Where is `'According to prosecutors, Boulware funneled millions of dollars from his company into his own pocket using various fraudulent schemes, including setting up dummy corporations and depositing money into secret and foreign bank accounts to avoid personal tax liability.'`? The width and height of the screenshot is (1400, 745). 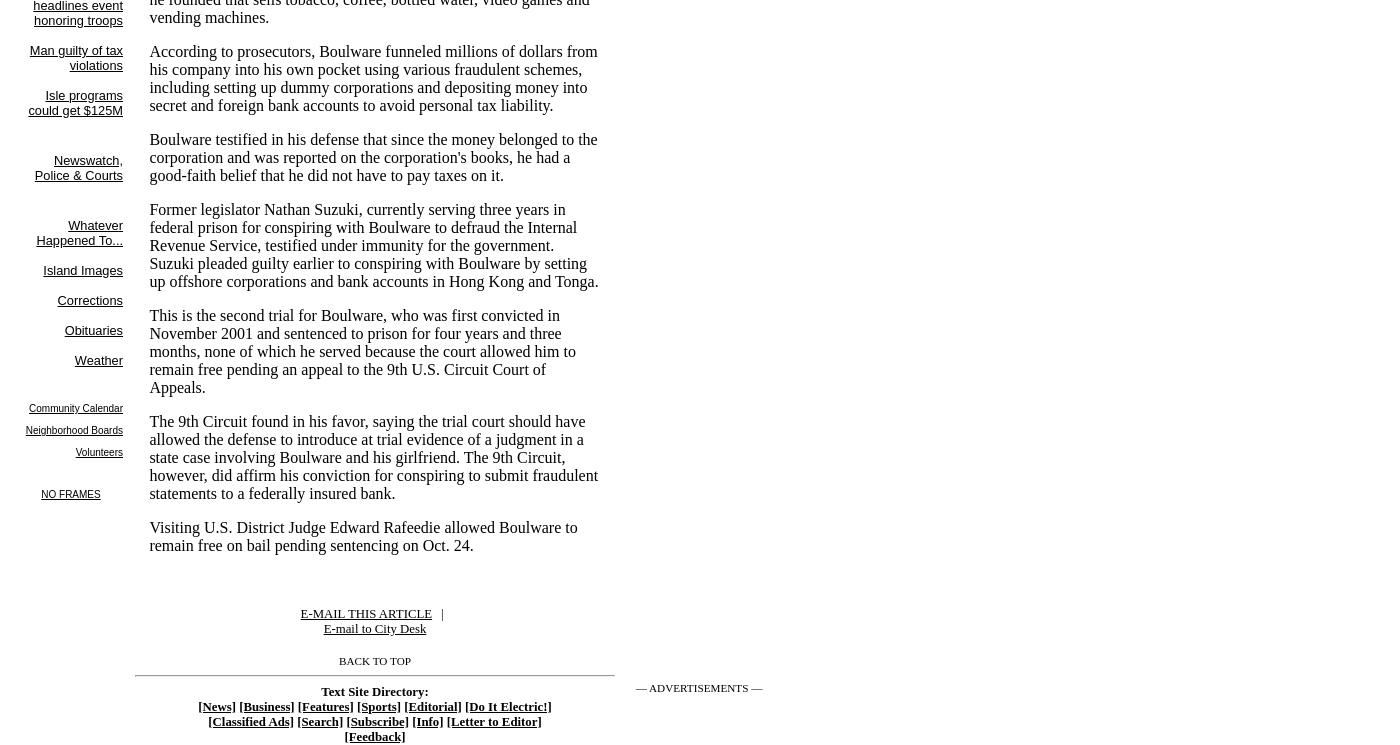 'According to prosecutors, Boulware funneled millions of dollars from his company into his own pocket using various fraudulent schemes, including setting up dummy corporations and depositing money into secret and foreign bank accounts to avoid personal tax liability.' is located at coordinates (372, 77).